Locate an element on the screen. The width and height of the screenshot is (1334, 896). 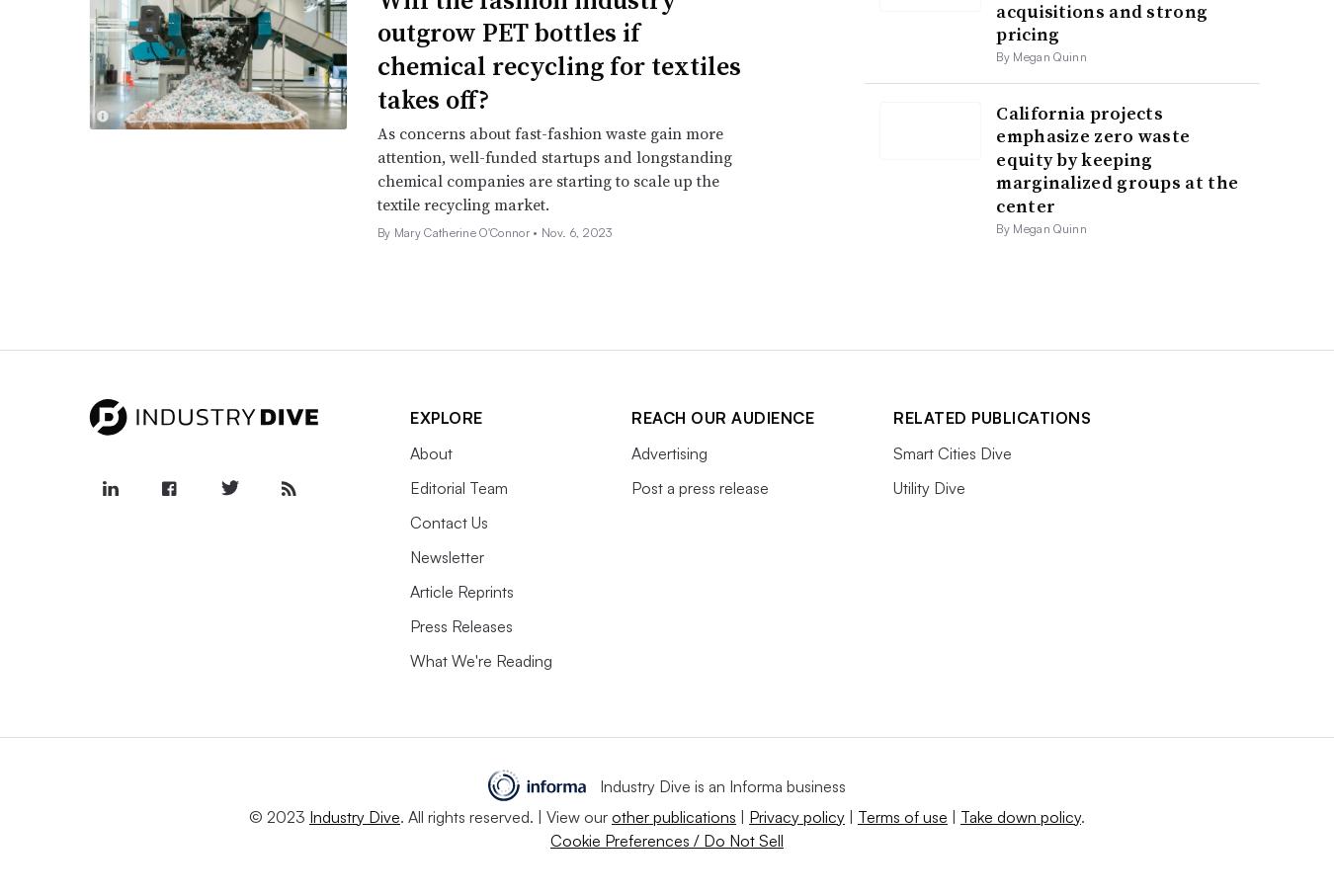
'As concerns about fast-fashion waste gain more attention, well-funded startups and longstanding chemical companies are starting to scale up the textile recycling market.' is located at coordinates (552, 166).